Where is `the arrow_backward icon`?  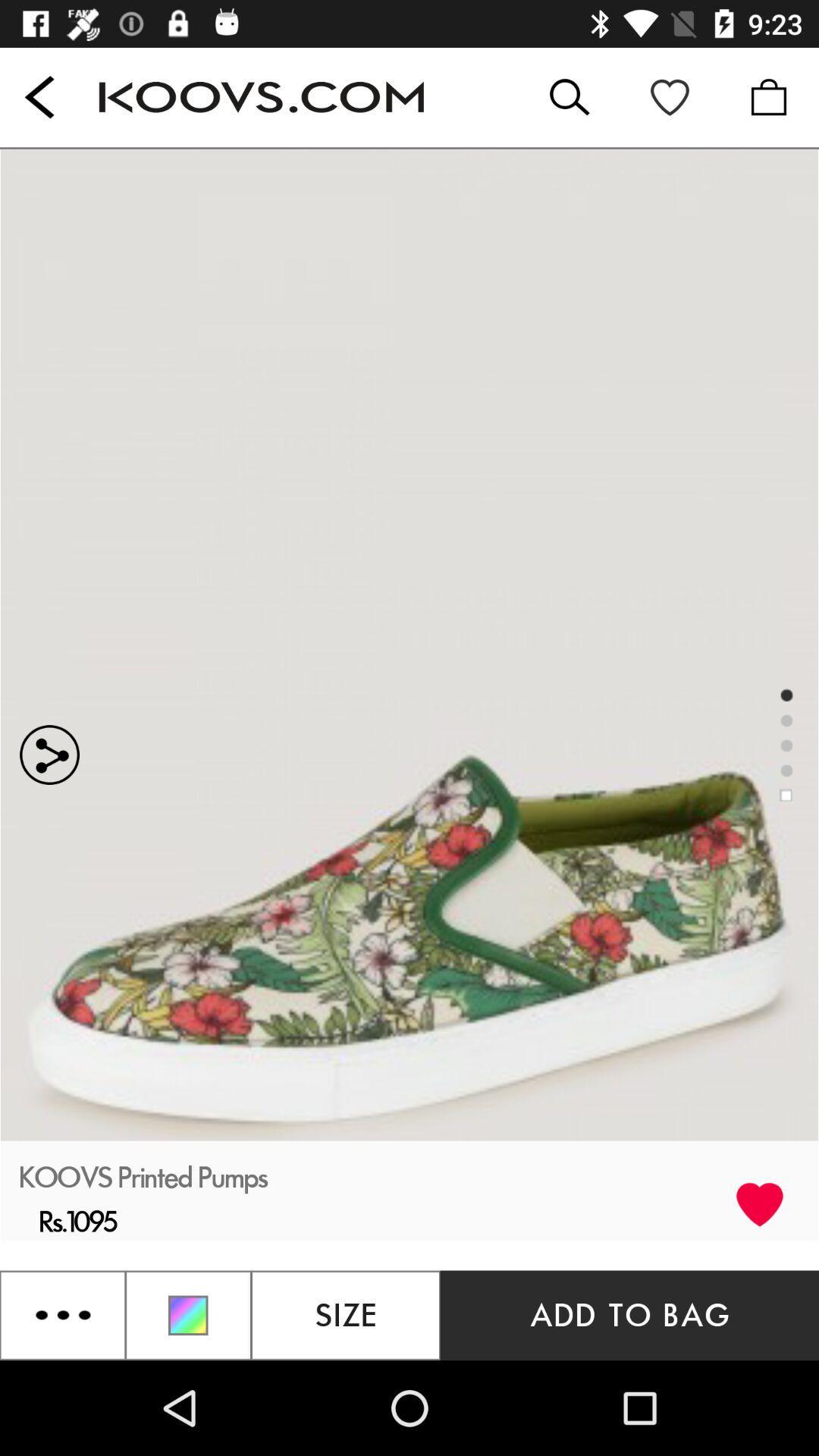
the arrow_backward icon is located at coordinates (39, 96).